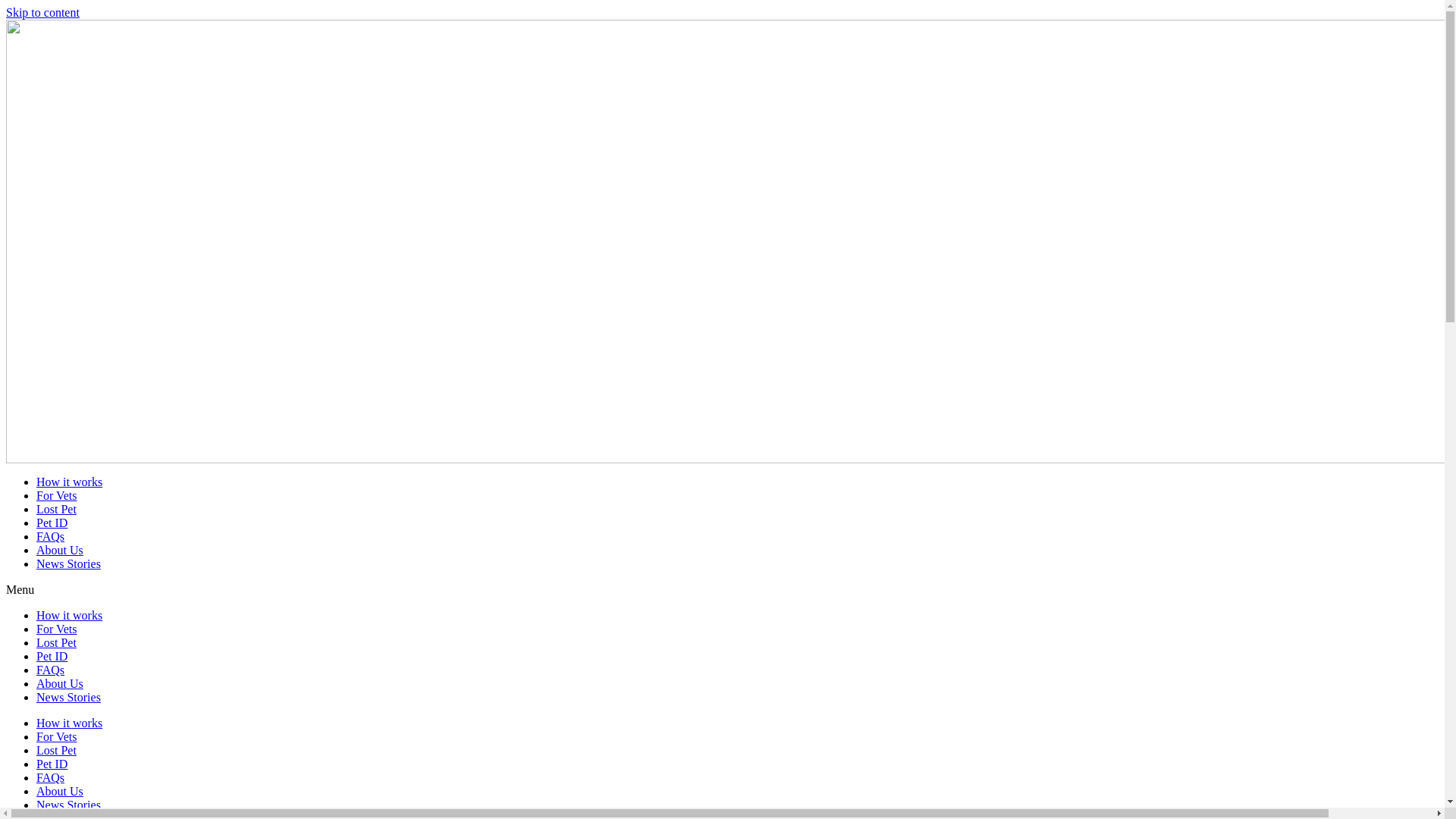 The width and height of the screenshot is (1456, 819). What do you see at coordinates (50, 669) in the screenshot?
I see `'FAQs'` at bounding box center [50, 669].